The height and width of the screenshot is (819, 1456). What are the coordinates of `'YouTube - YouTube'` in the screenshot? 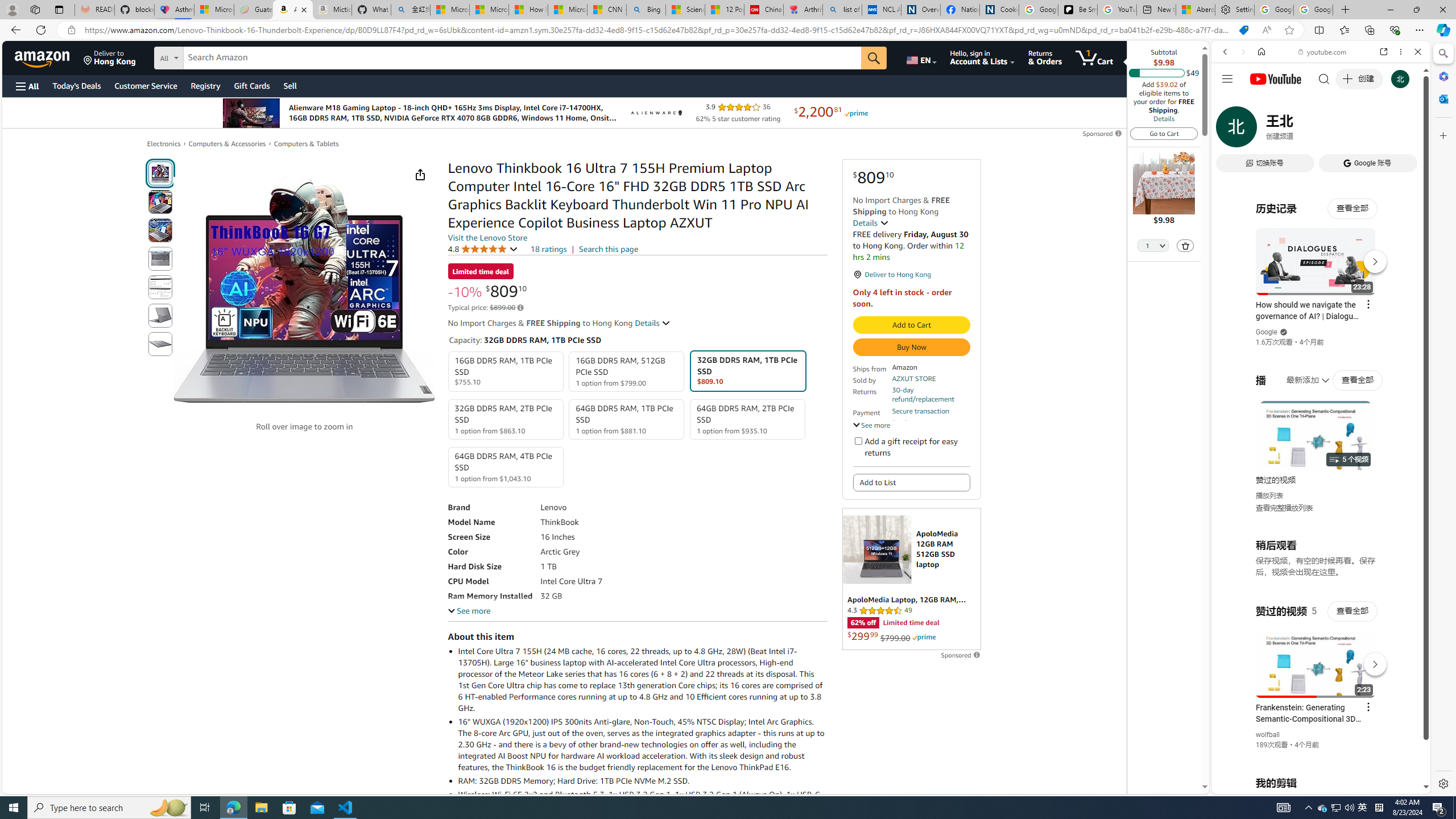 It's located at (1316, 560).